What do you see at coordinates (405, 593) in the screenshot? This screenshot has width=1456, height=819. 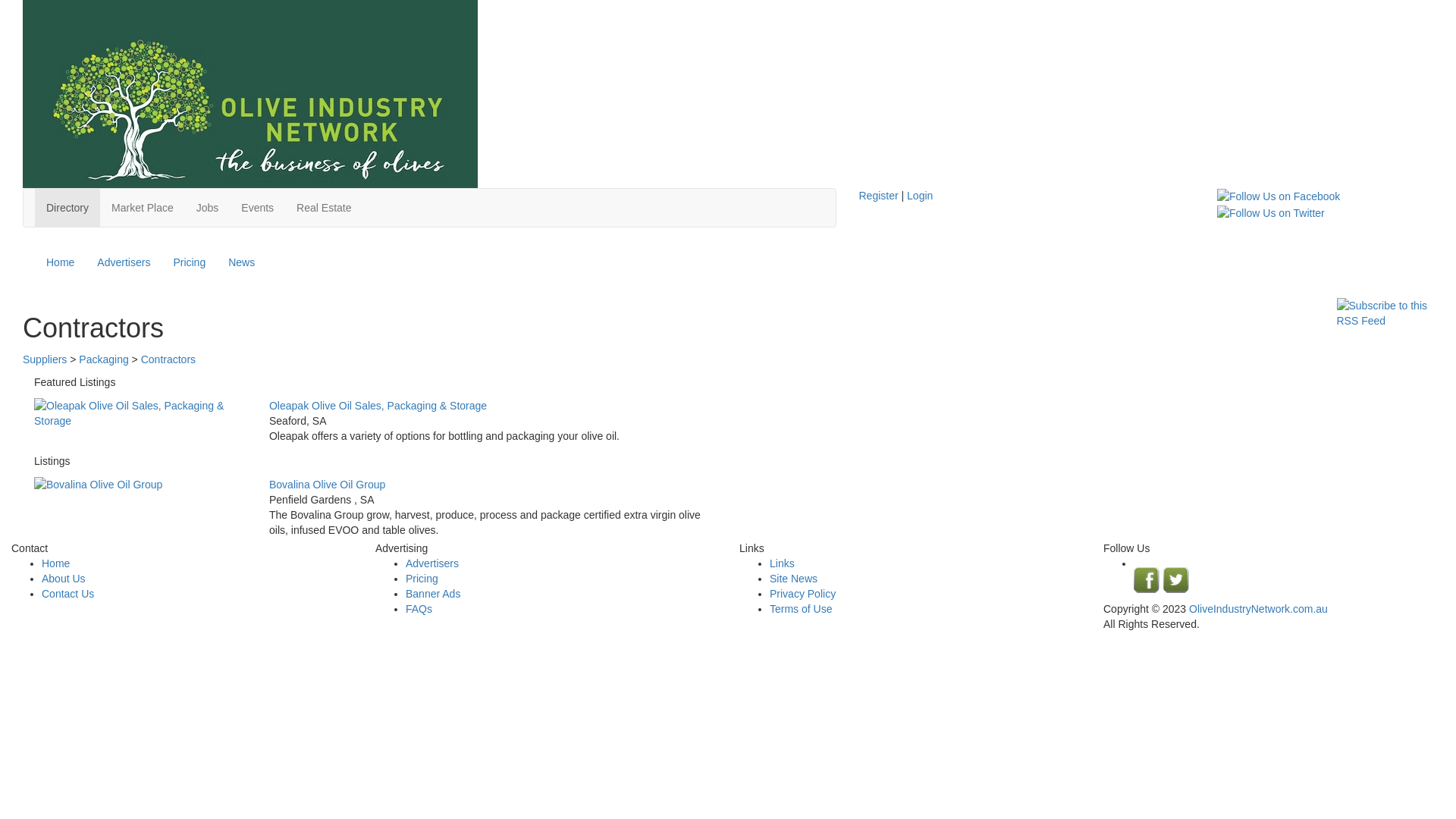 I see `'Banner Ads'` at bounding box center [405, 593].